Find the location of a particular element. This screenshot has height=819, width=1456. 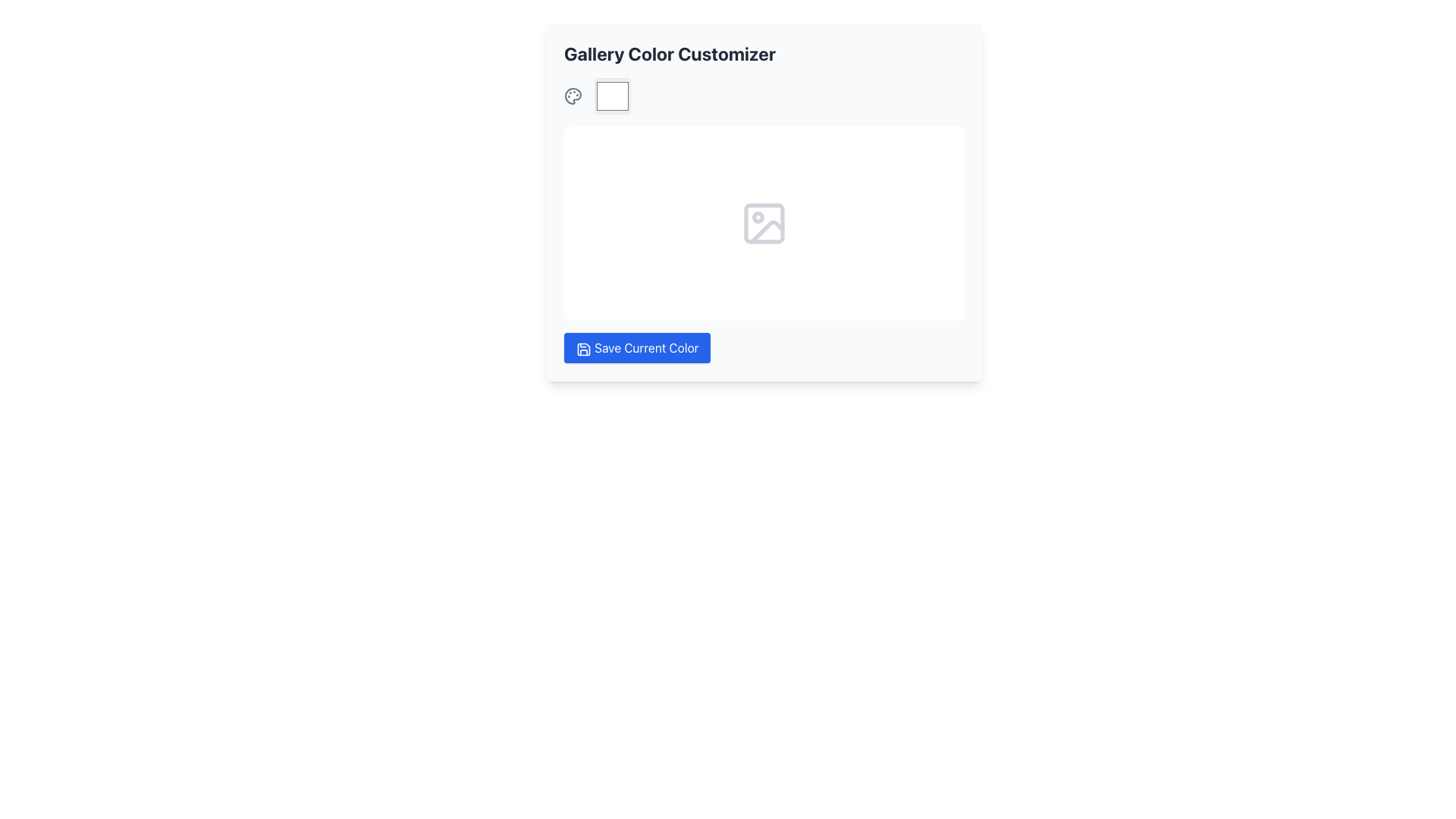

the image placeholder icon located in the middle of the main application interface, centered within a white rectangular area above the 'Save Current Color' button is located at coordinates (764, 223).